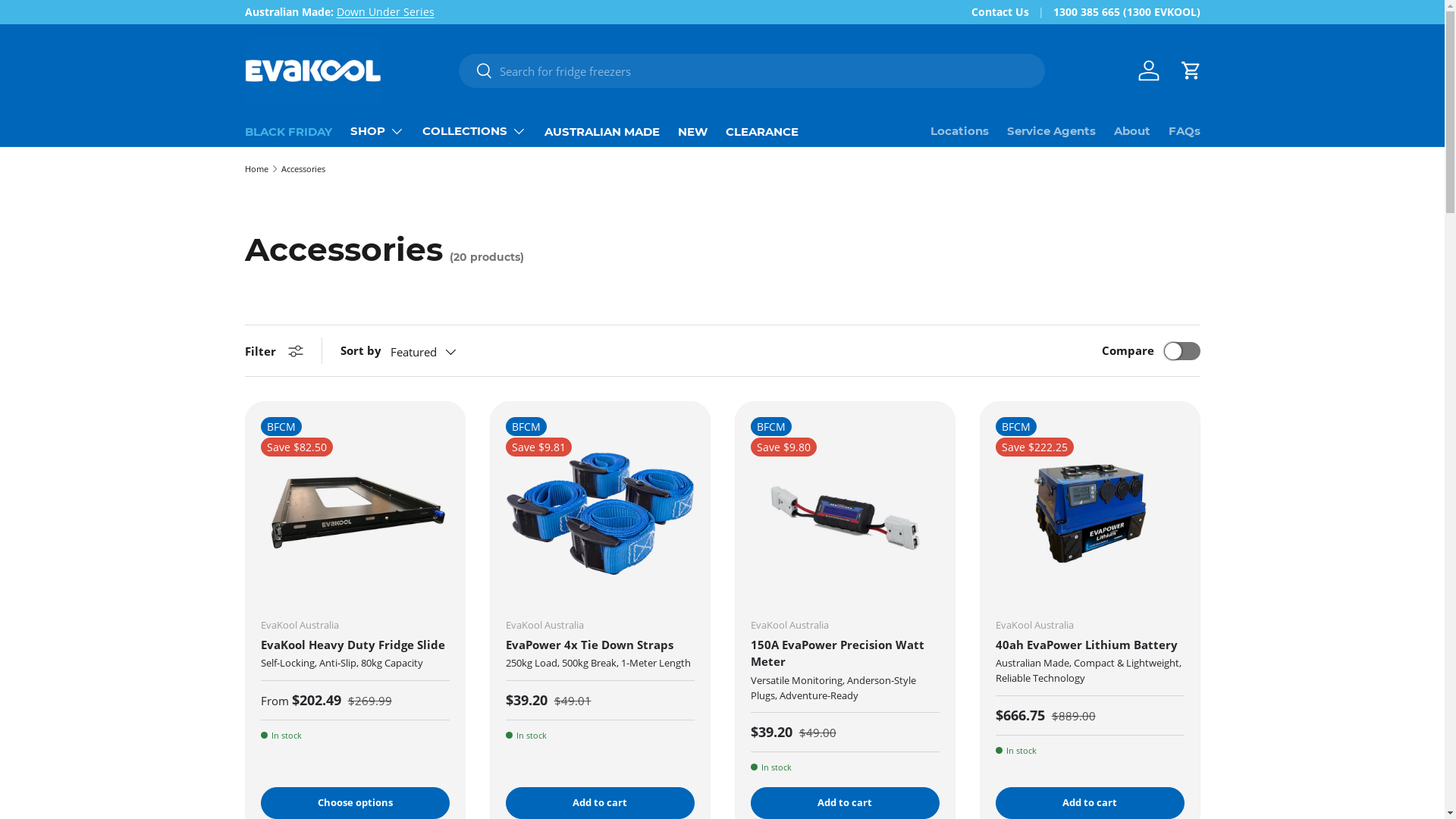  What do you see at coordinates (958, 130) in the screenshot?
I see `'Locations'` at bounding box center [958, 130].